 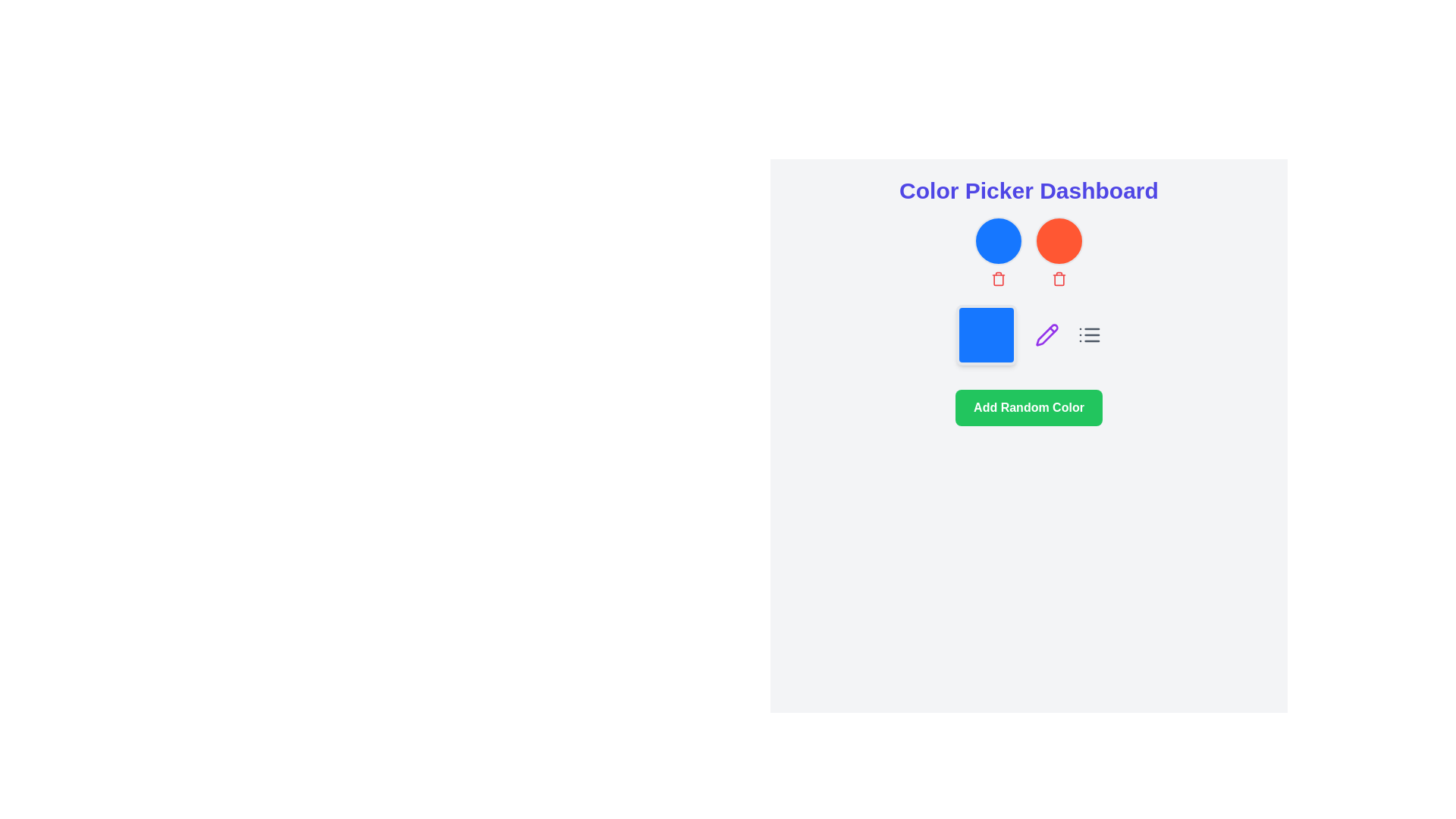 What do you see at coordinates (1029, 406) in the screenshot?
I see `the green button labeled 'Add Random Color' located in the 'Color Picker Dashboard' section` at bounding box center [1029, 406].